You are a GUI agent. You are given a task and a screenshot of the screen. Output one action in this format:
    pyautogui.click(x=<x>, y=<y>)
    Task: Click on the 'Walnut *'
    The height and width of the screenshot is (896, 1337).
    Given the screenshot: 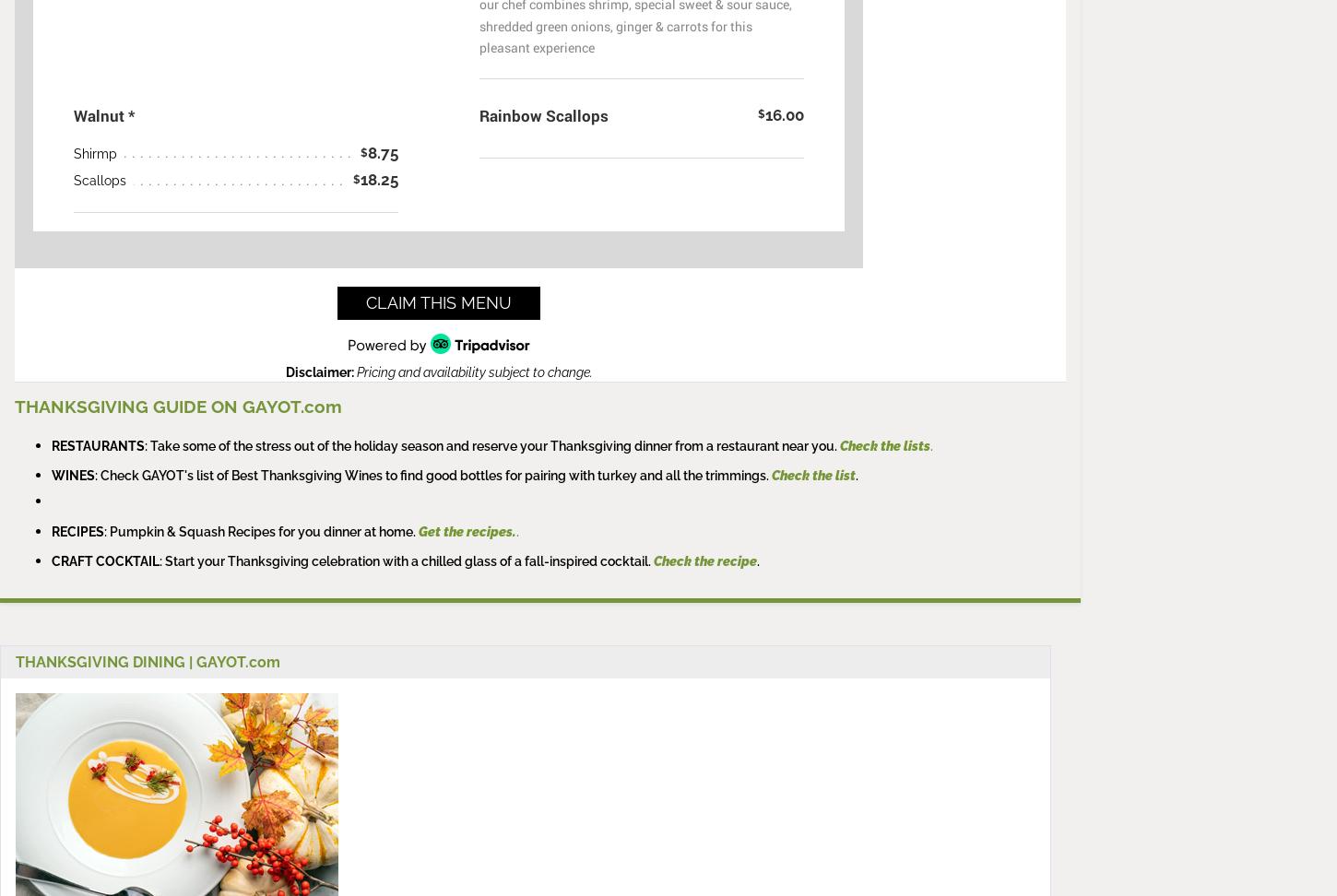 What is the action you would take?
    pyautogui.click(x=104, y=114)
    